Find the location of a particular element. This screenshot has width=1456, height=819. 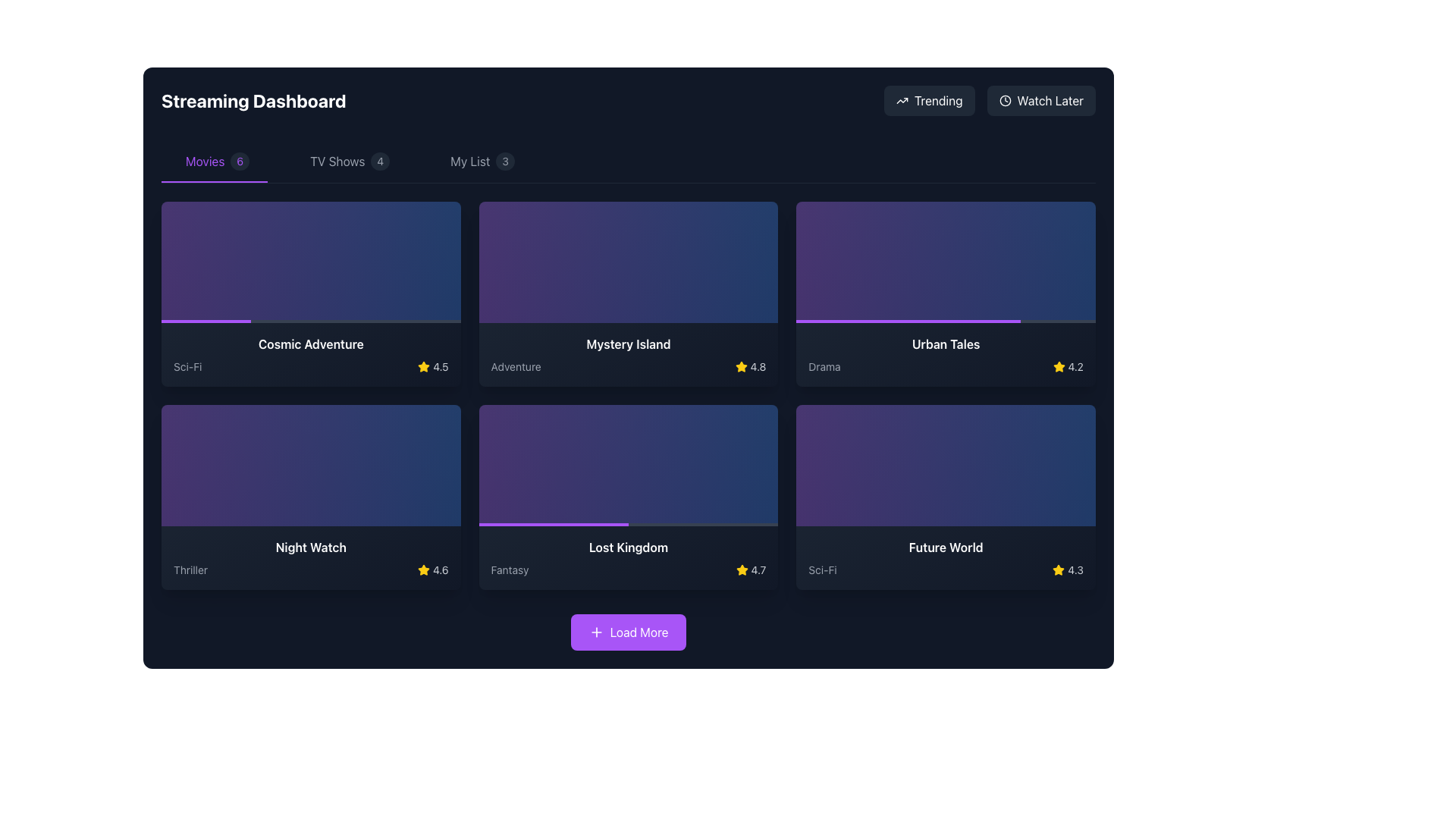

the purple progress bar segment that represents 75% progress within the progress bar on the 'Urban Tales' card in the second row, first column of the dashboard is located at coordinates (908, 321).